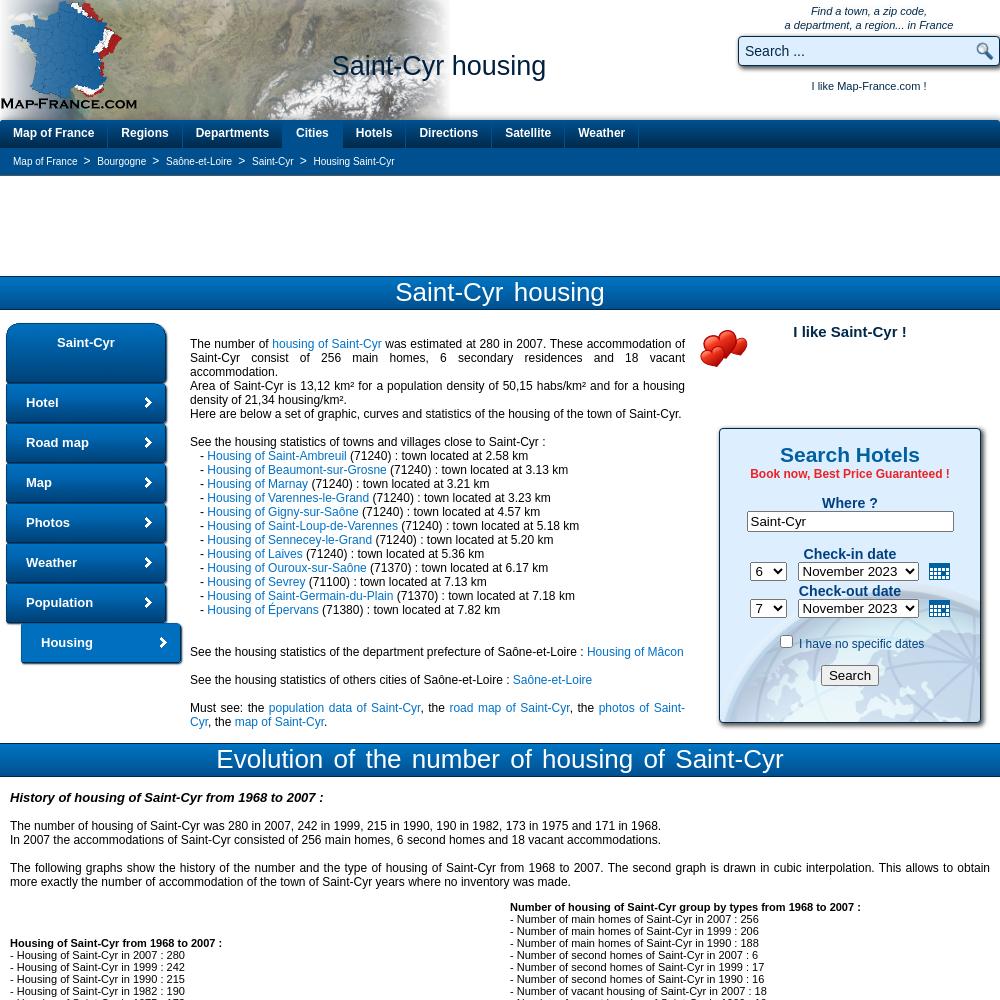 The image size is (1000, 1000). I want to click on 'Book now, Best Price Guaranteed !', so click(848, 473).